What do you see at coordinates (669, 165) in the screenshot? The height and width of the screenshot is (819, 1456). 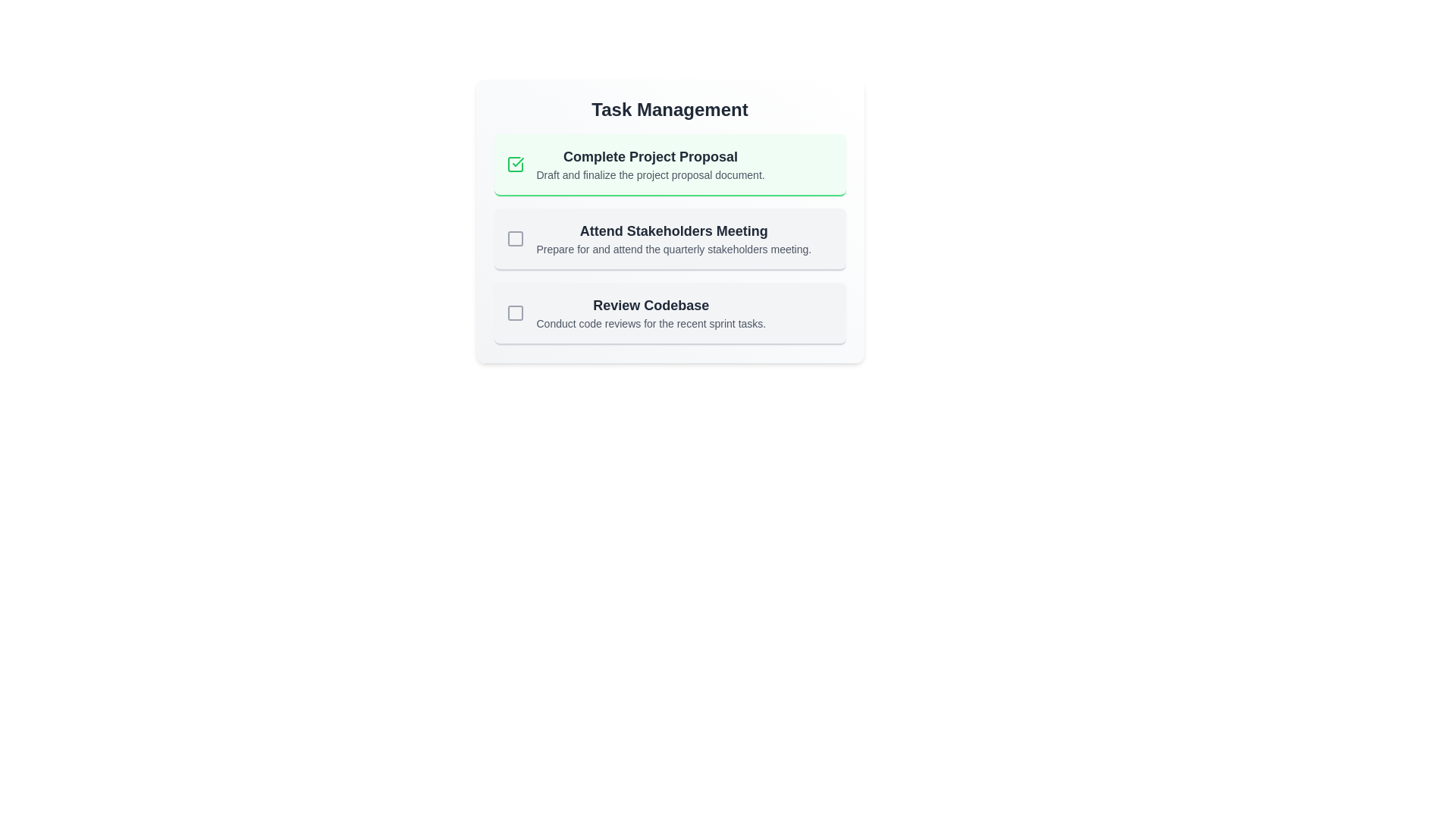 I see `the first task list item titled 'Complete Project Proposal'` at bounding box center [669, 165].